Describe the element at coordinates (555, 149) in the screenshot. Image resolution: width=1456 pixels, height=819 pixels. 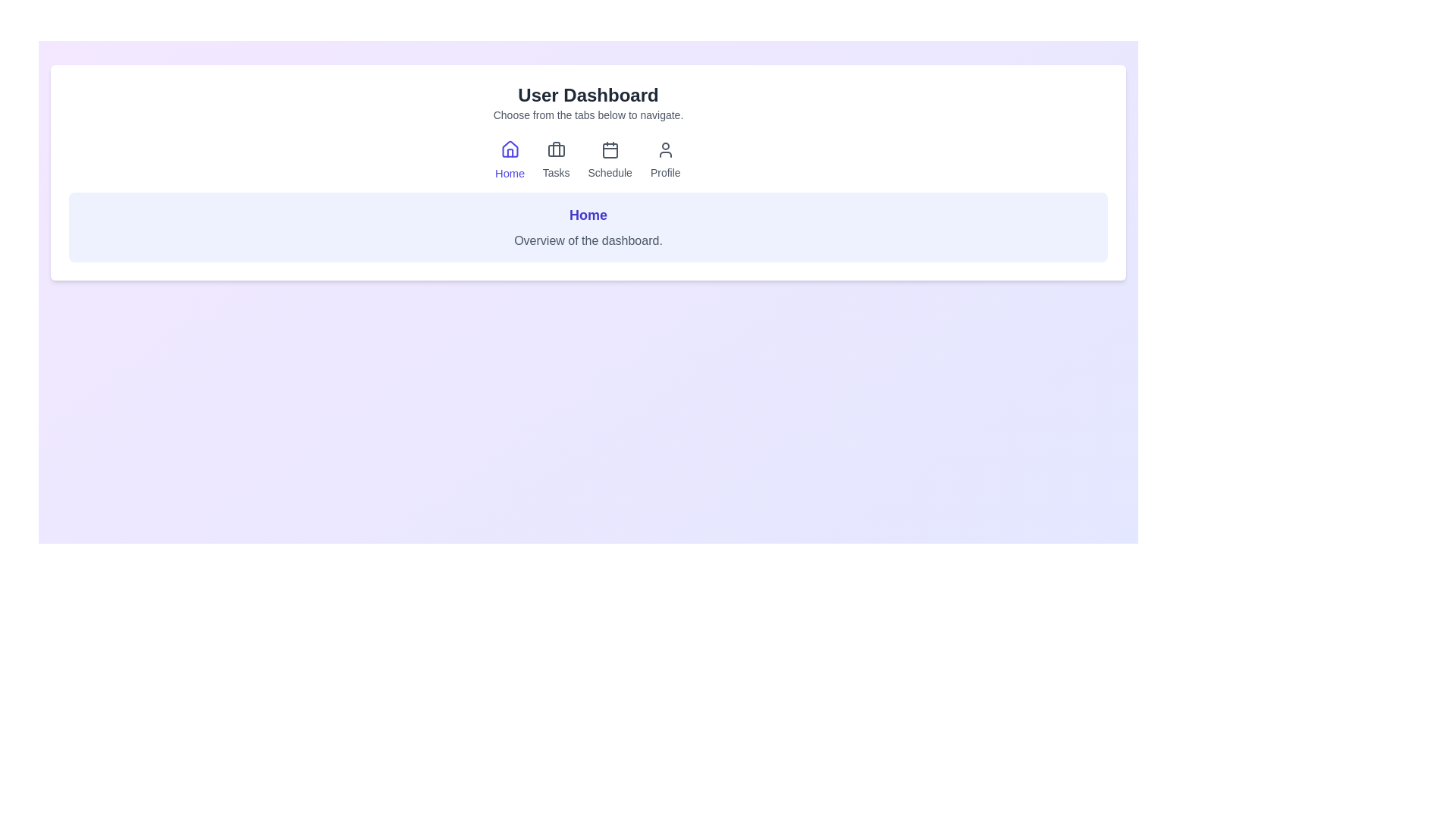
I see `the 'Tasks' icon in the navigation bar` at that location.